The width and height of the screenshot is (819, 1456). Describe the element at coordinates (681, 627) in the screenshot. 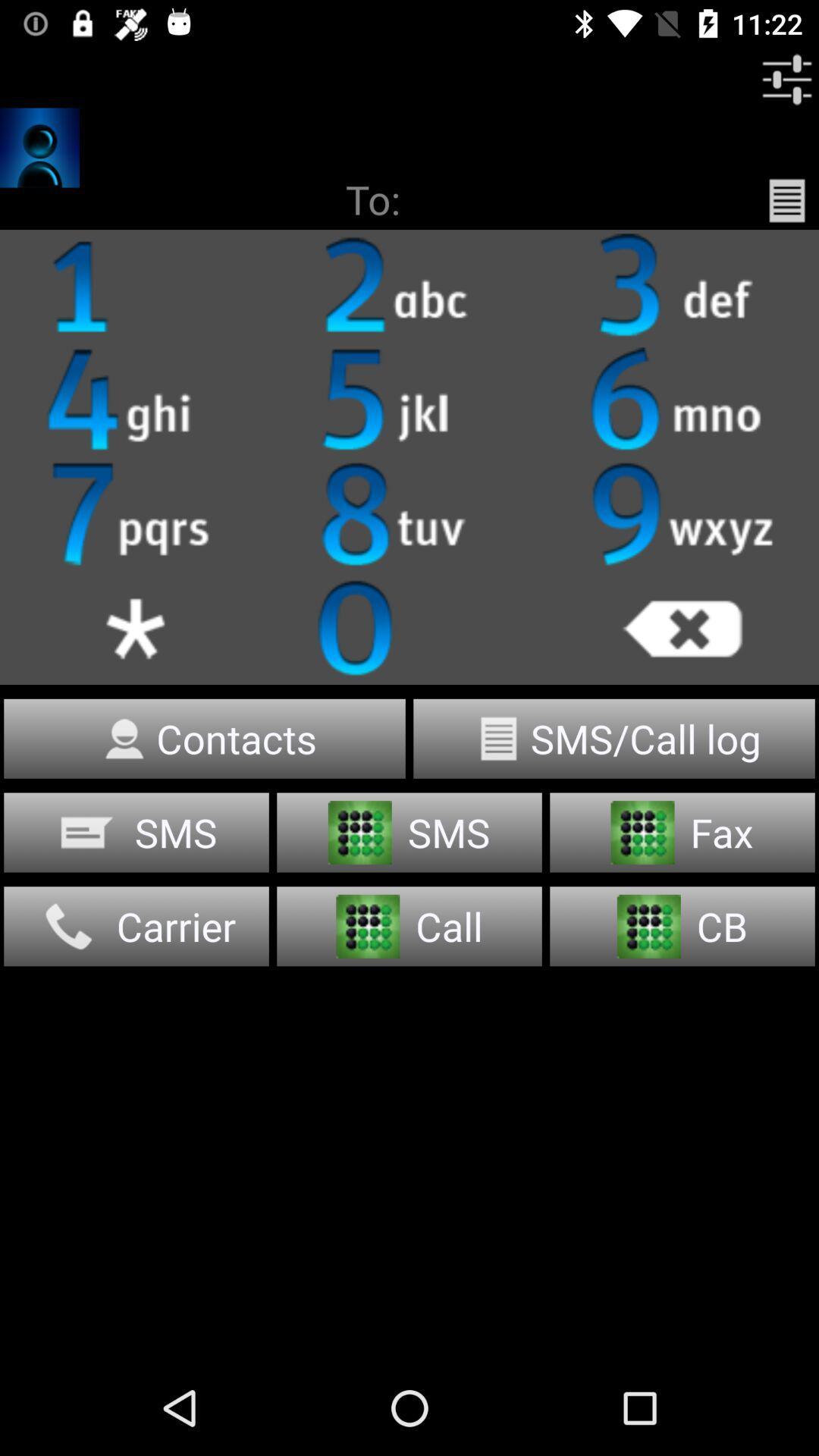

I see `cancel button which is in dialer just below the 9` at that location.